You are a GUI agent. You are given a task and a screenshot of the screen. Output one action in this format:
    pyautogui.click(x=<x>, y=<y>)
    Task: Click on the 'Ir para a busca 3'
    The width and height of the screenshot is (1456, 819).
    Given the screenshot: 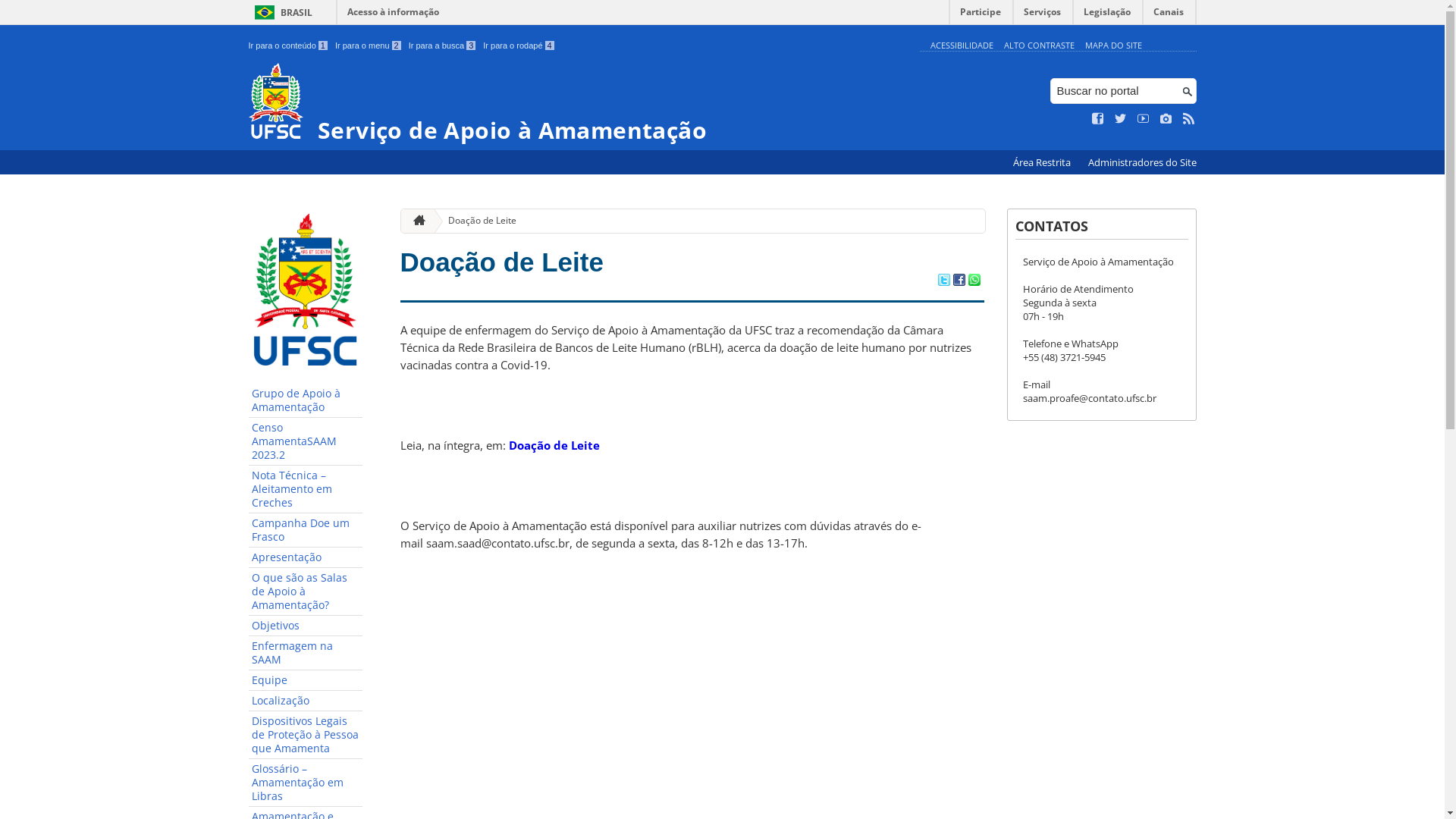 What is the action you would take?
    pyautogui.click(x=441, y=45)
    